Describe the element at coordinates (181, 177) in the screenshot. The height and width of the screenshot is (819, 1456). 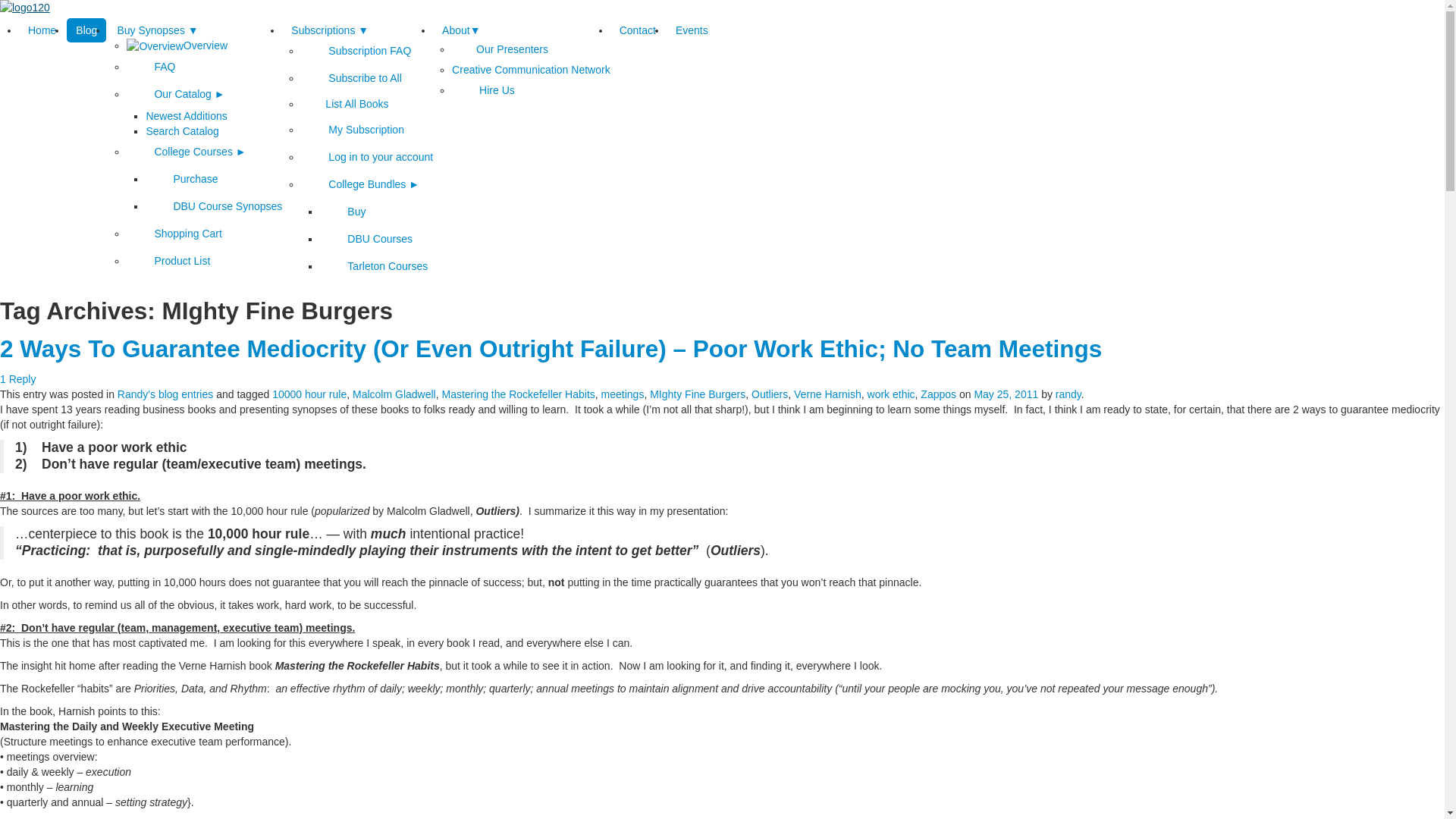
I see `'Purchase'` at that location.